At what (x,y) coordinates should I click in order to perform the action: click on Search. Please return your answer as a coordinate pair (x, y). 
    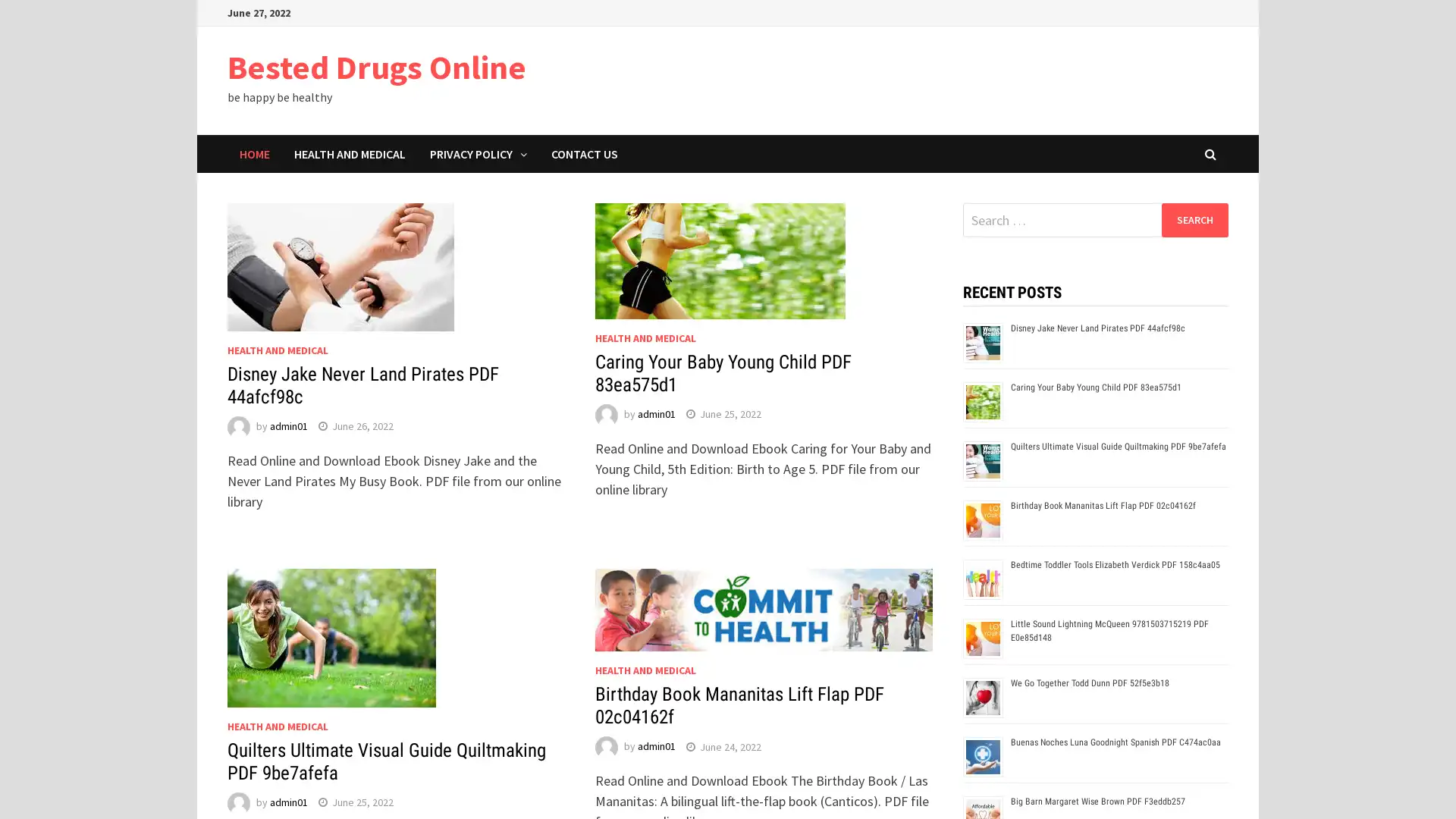
    Looking at the image, I should click on (1194, 219).